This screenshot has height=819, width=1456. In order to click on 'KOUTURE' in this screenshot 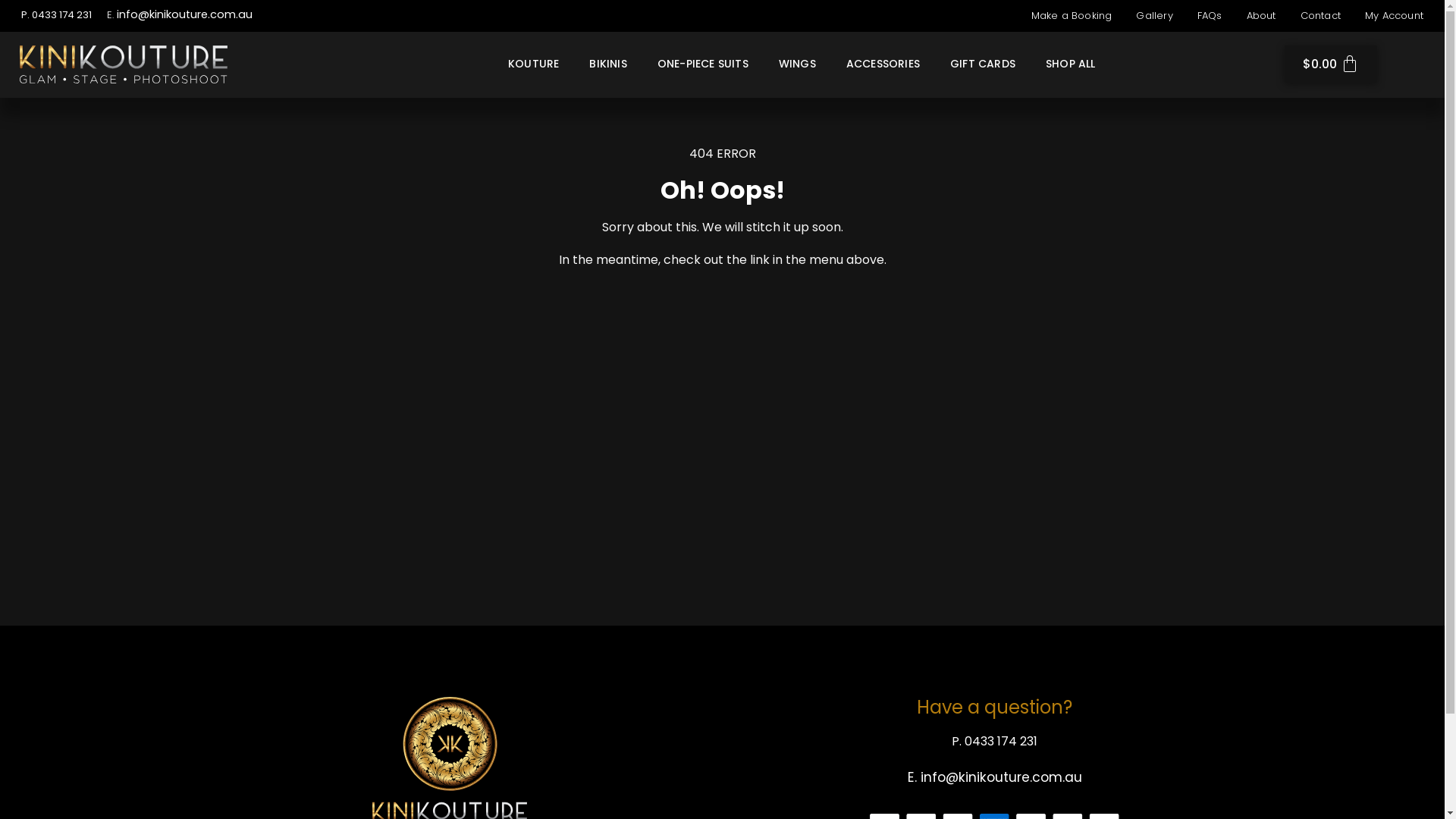, I will do `click(533, 63)`.